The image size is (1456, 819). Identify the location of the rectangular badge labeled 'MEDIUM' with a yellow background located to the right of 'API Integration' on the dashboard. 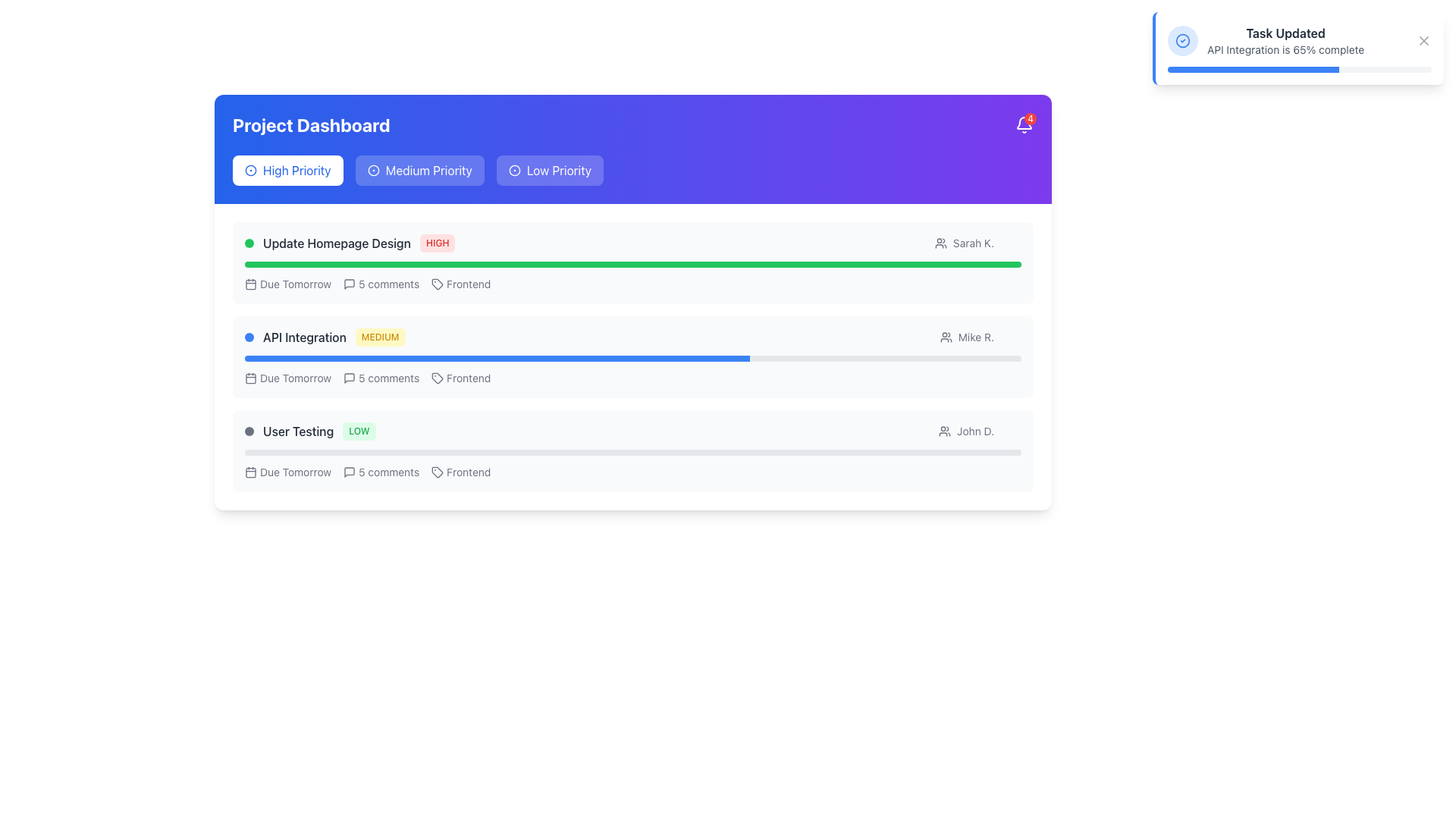
(380, 336).